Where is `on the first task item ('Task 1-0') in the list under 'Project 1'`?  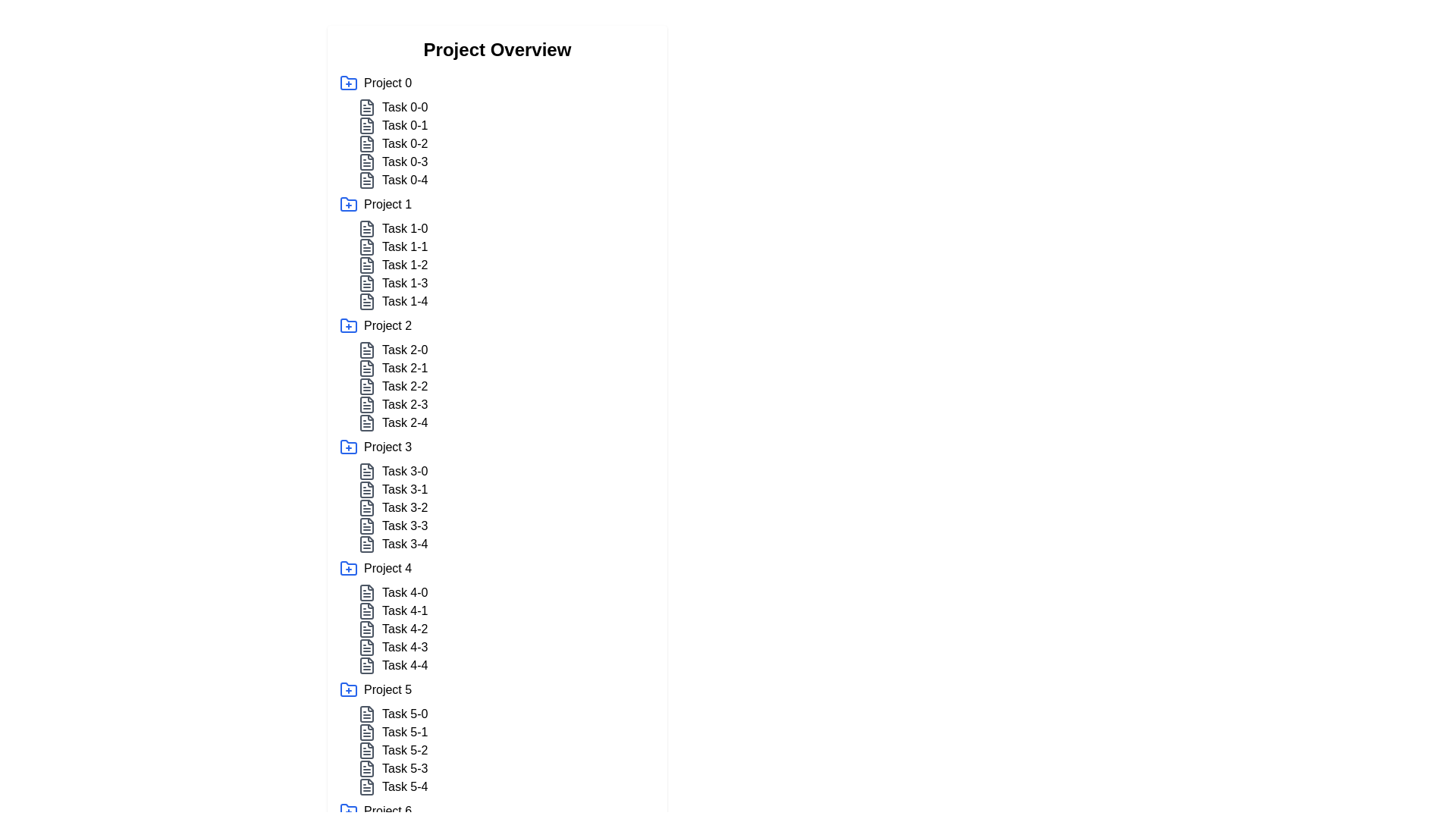 on the first task item ('Task 1-0') in the list under 'Project 1' is located at coordinates (506, 228).